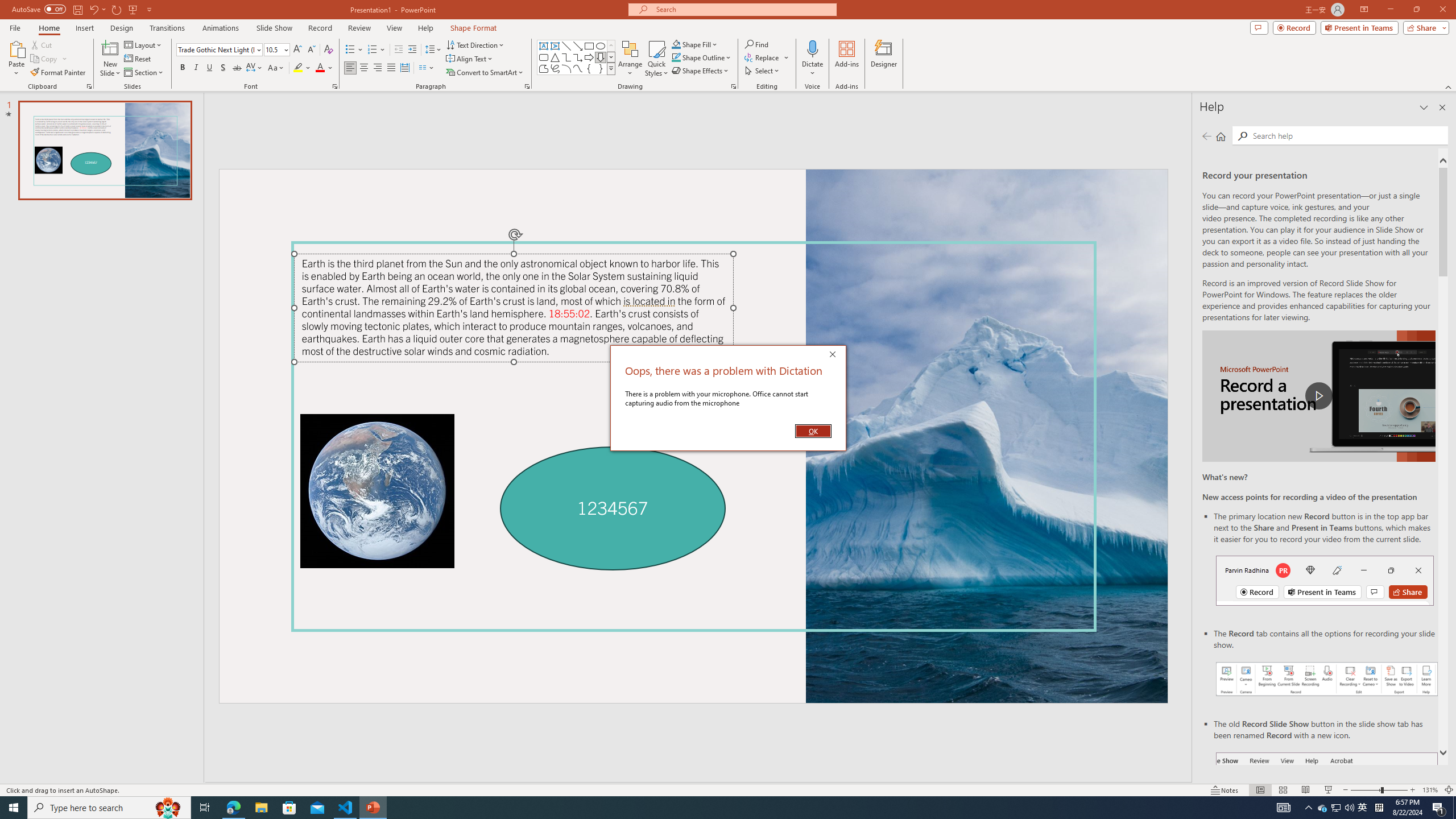 The height and width of the screenshot is (819, 1456). What do you see at coordinates (1326, 809) in the screenshot?
I see `'Record button in ribbon'` at bounding box center [1326, 809].